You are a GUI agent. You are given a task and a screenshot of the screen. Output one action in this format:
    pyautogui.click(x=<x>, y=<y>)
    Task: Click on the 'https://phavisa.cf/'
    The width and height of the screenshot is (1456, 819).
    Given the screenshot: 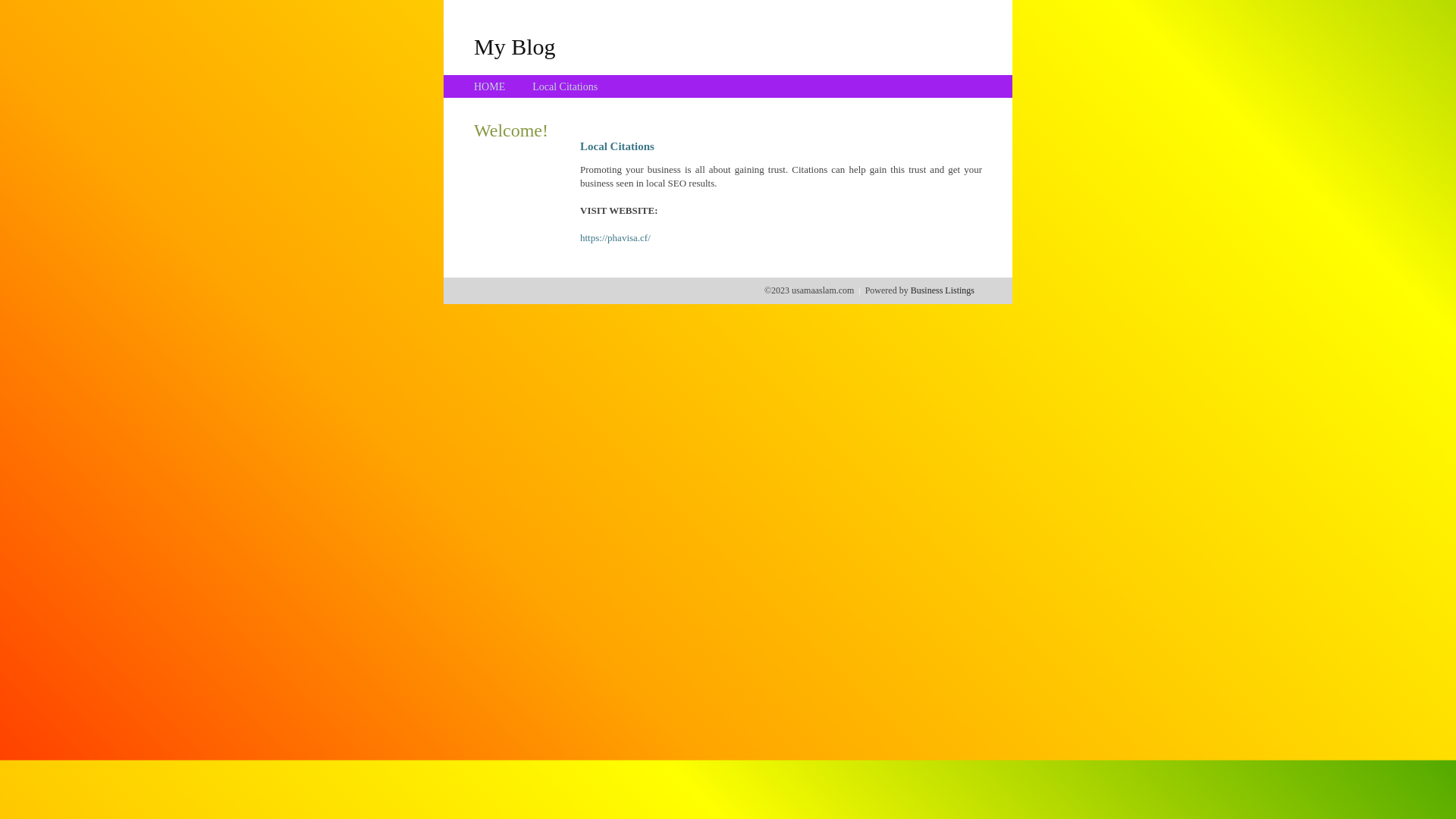 What is the action you would take?
    pyautogui.click(x=615, y=237)
    